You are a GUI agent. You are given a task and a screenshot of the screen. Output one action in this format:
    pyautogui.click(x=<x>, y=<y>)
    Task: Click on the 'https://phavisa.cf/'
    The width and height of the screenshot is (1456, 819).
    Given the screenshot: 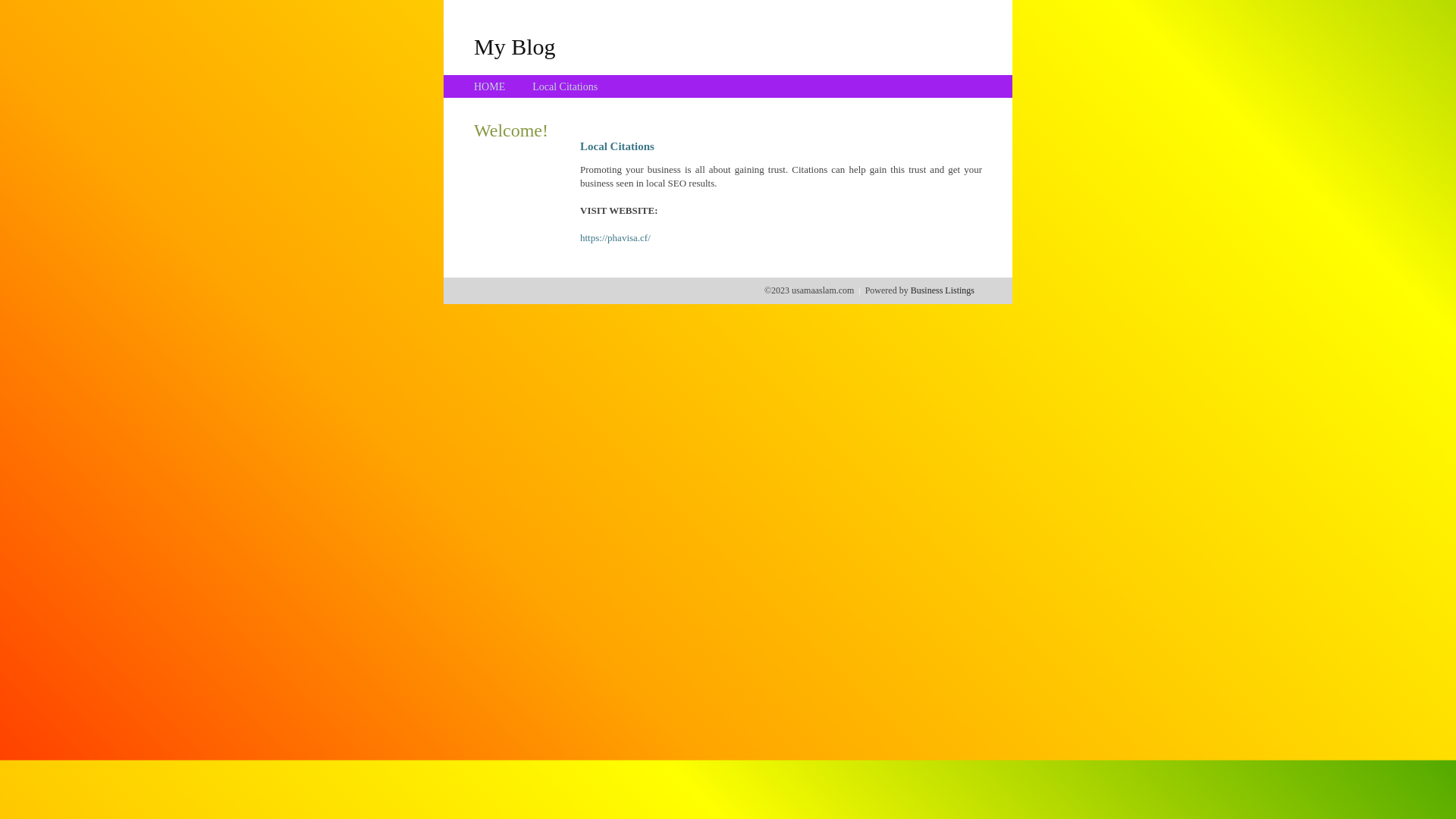 What is the action you would take?
    pyautogui.click(x=615, y=237)
    